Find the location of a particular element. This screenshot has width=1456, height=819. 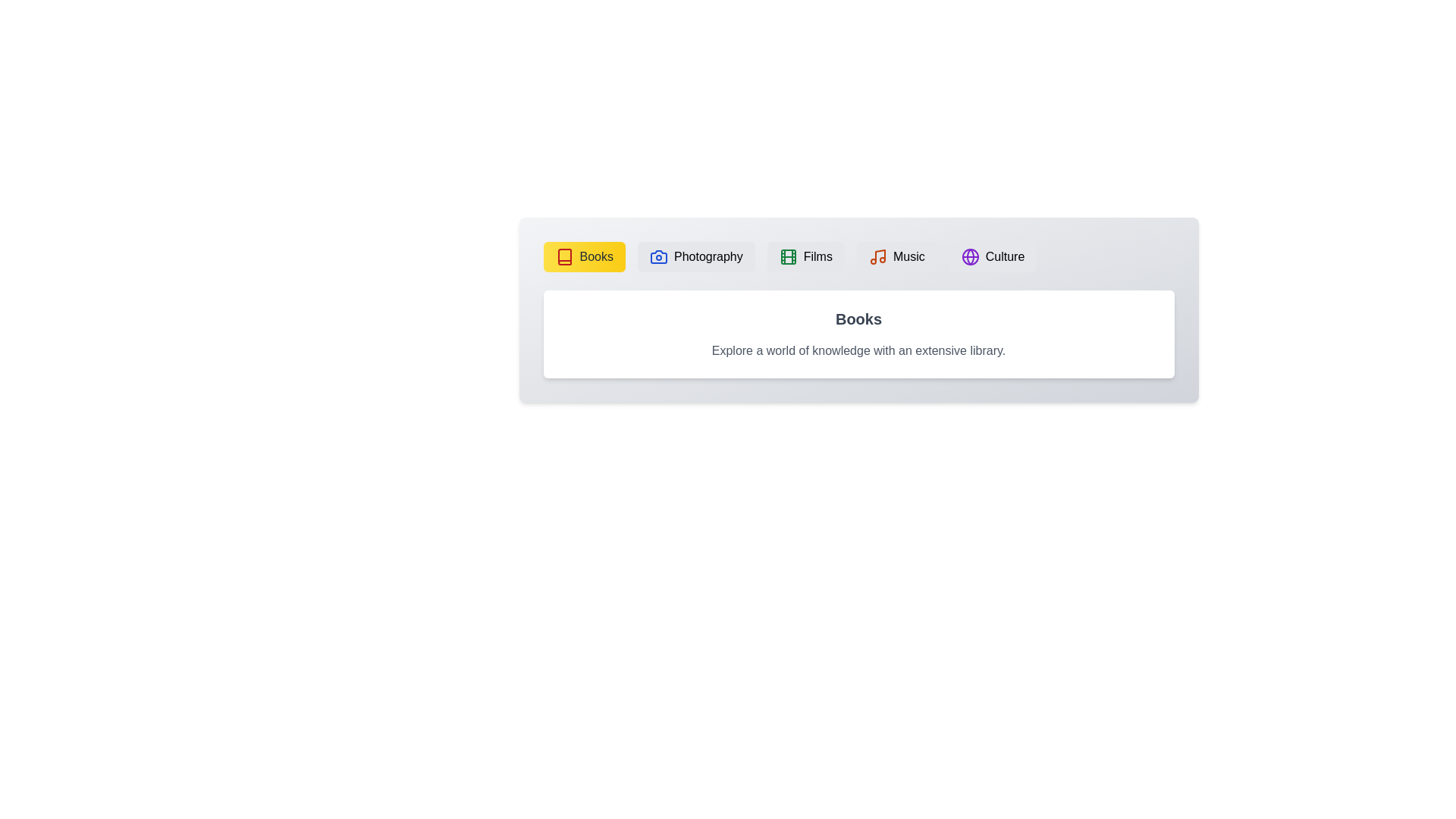

the tab labeled Books is located at coordinates (582, 256).